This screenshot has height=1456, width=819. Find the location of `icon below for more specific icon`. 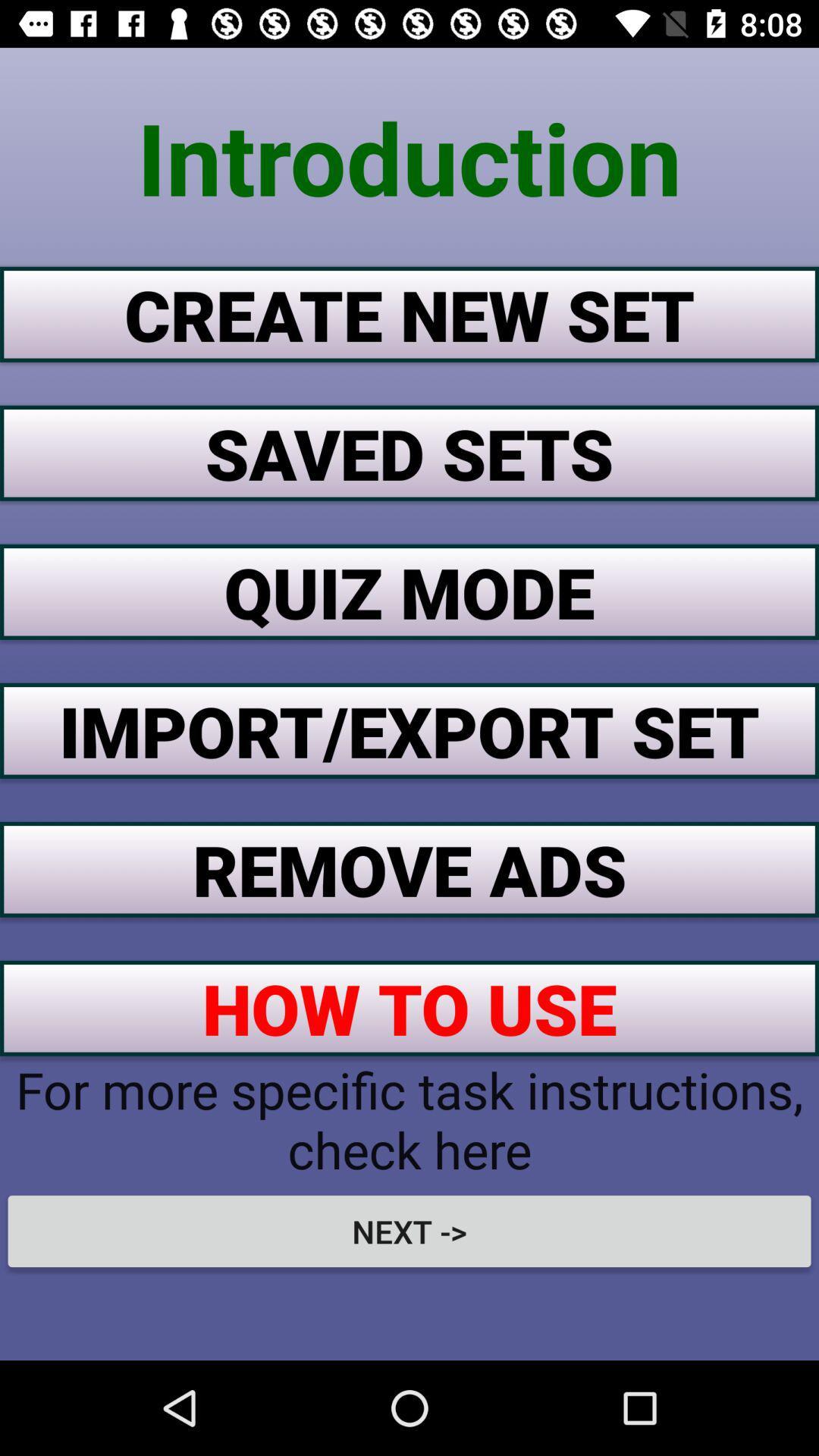

icon below for more specific icon is located at coordinates (409, 1231).